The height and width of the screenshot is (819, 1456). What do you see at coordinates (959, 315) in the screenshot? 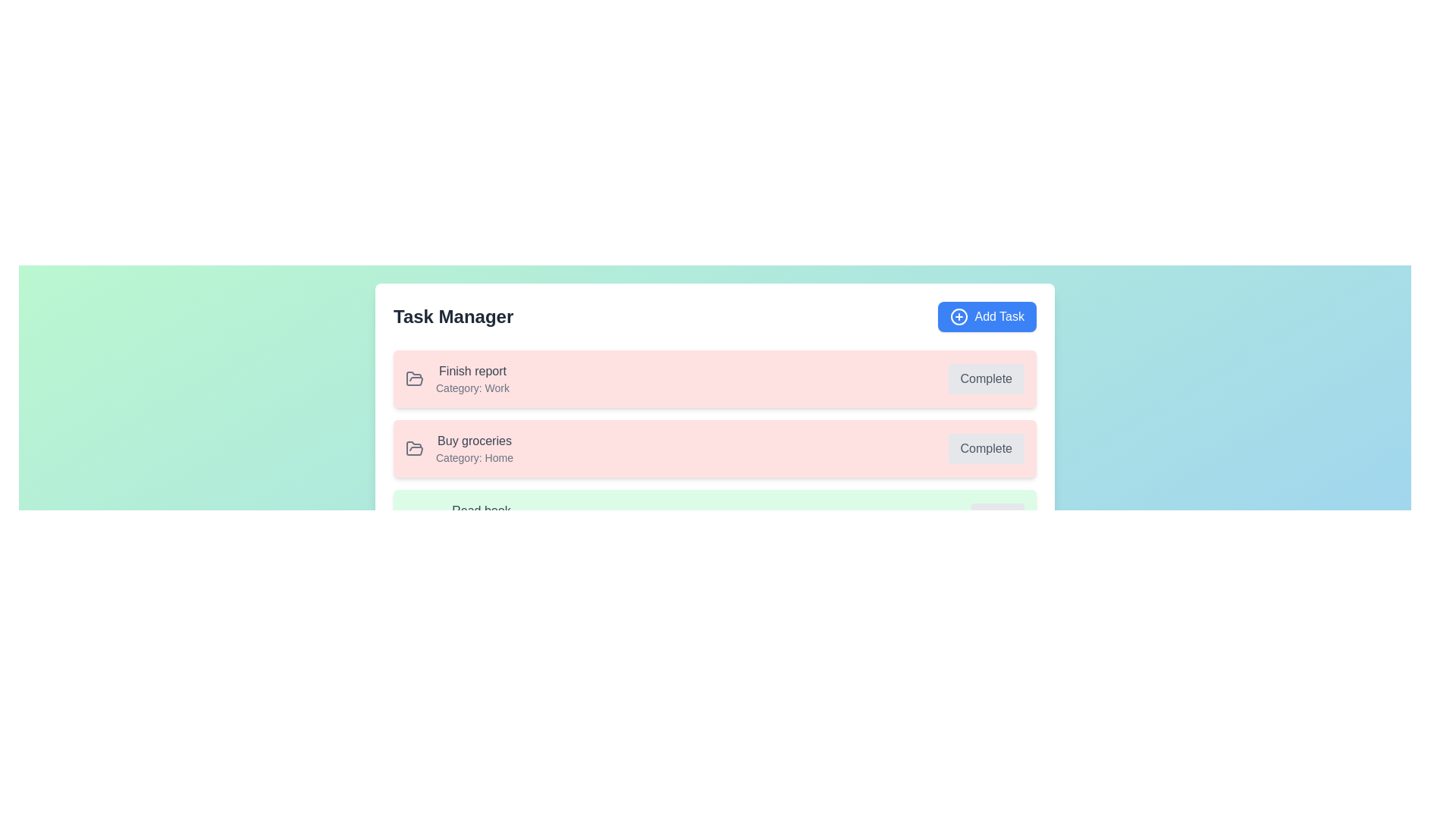
I see `decorative graphic element (circle) that enhances the 'Add Task' button located in the top-right corner of the interface` at bounding box center [959, 315].